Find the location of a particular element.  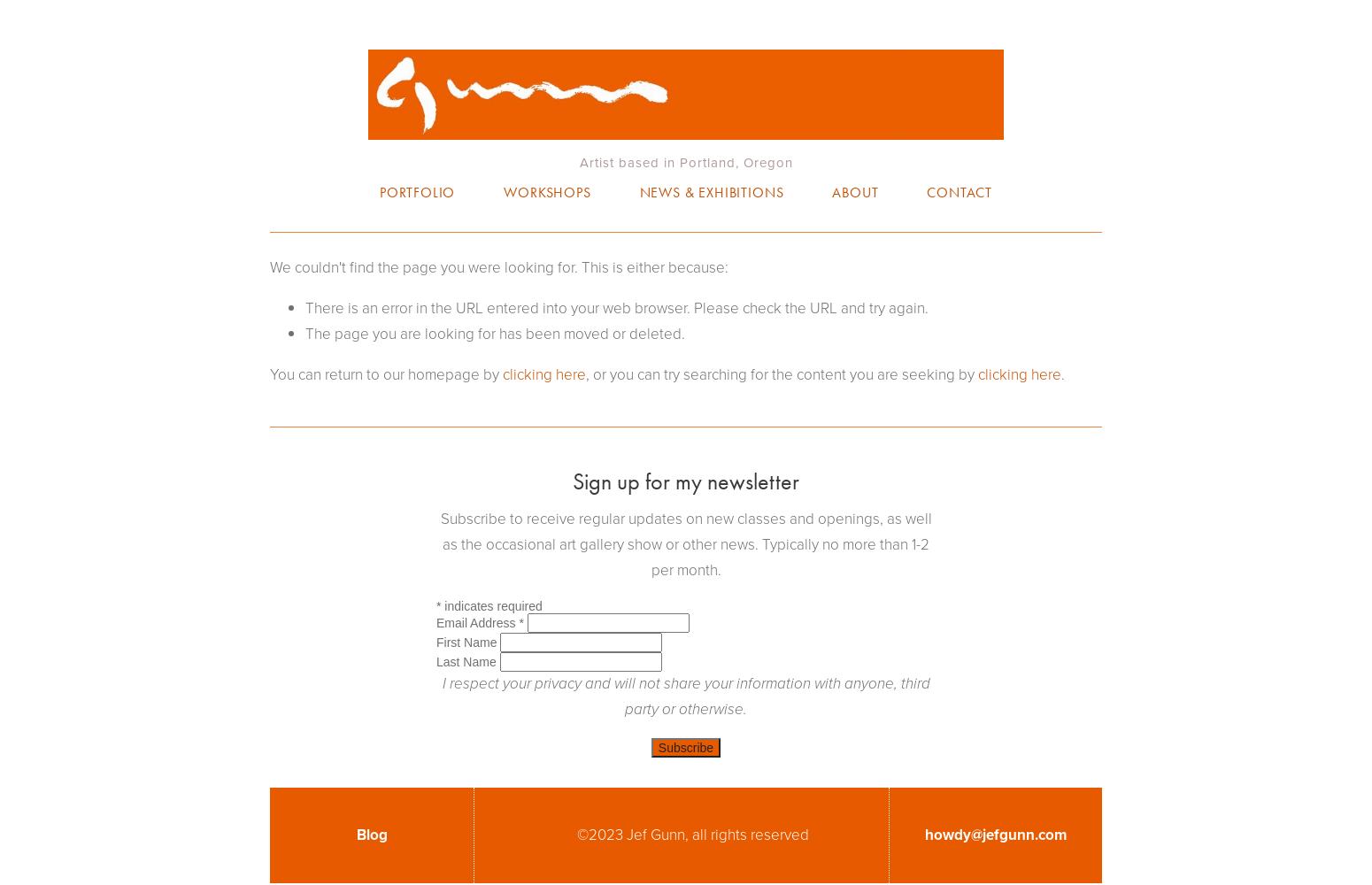

'You can return to our homepage by' is located at coordinates (270, 374).